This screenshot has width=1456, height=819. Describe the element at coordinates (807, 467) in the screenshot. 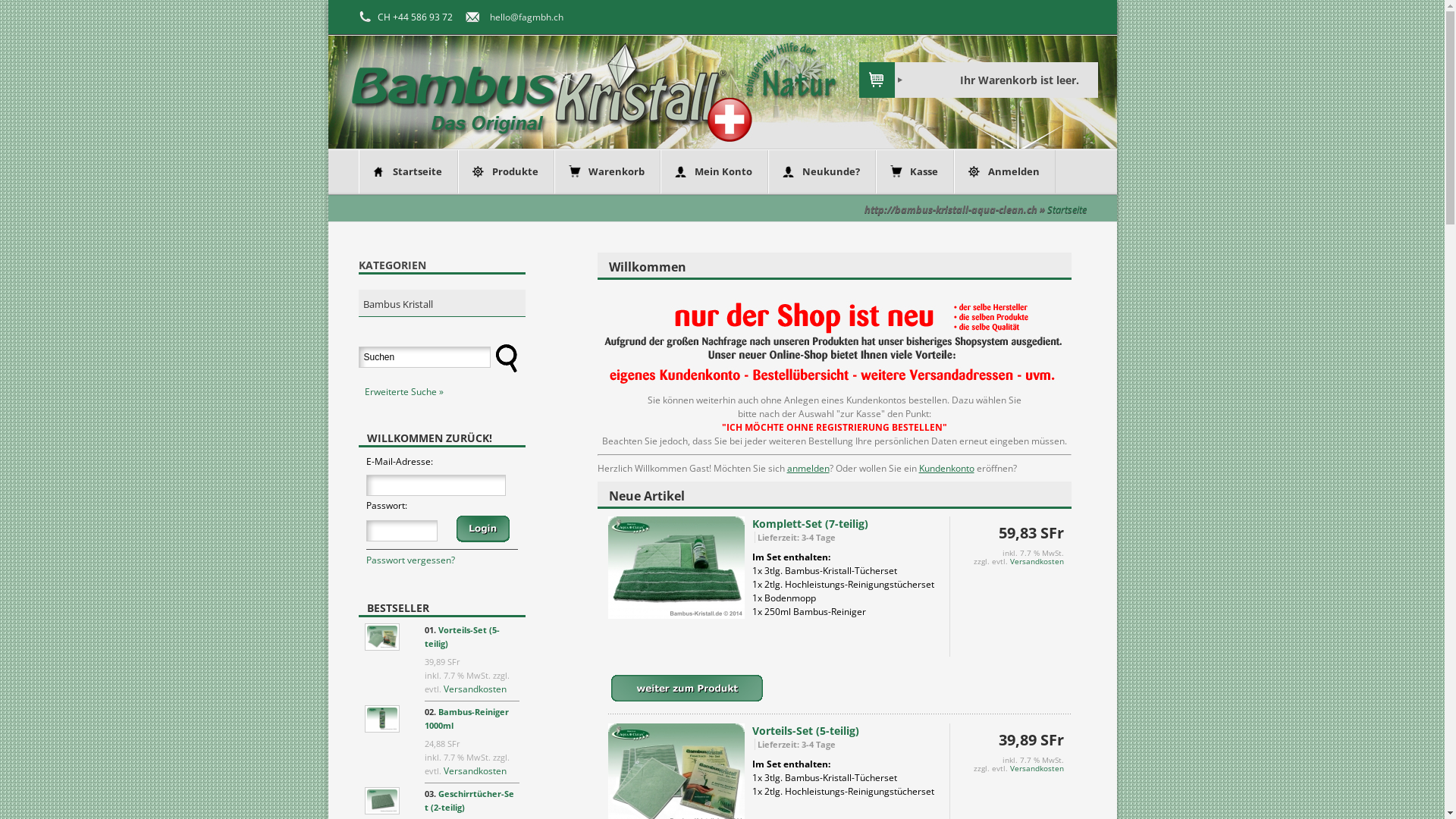

I see `'anmelden'` at that location.